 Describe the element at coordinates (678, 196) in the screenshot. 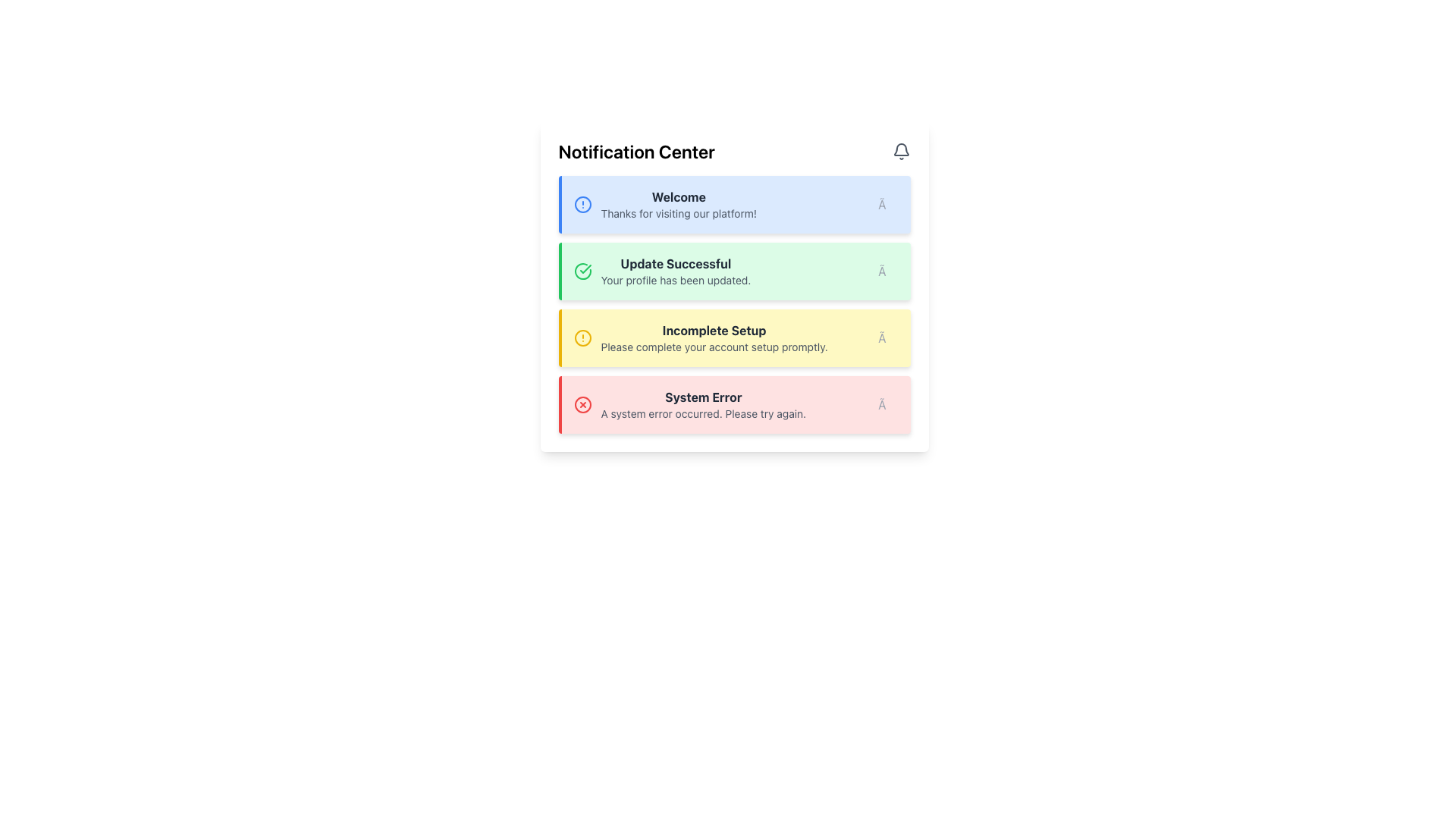

I see `the bold text saying 'Welcome' in dark gray color, which is located at the top of a notification card with a light blue background` at that location.